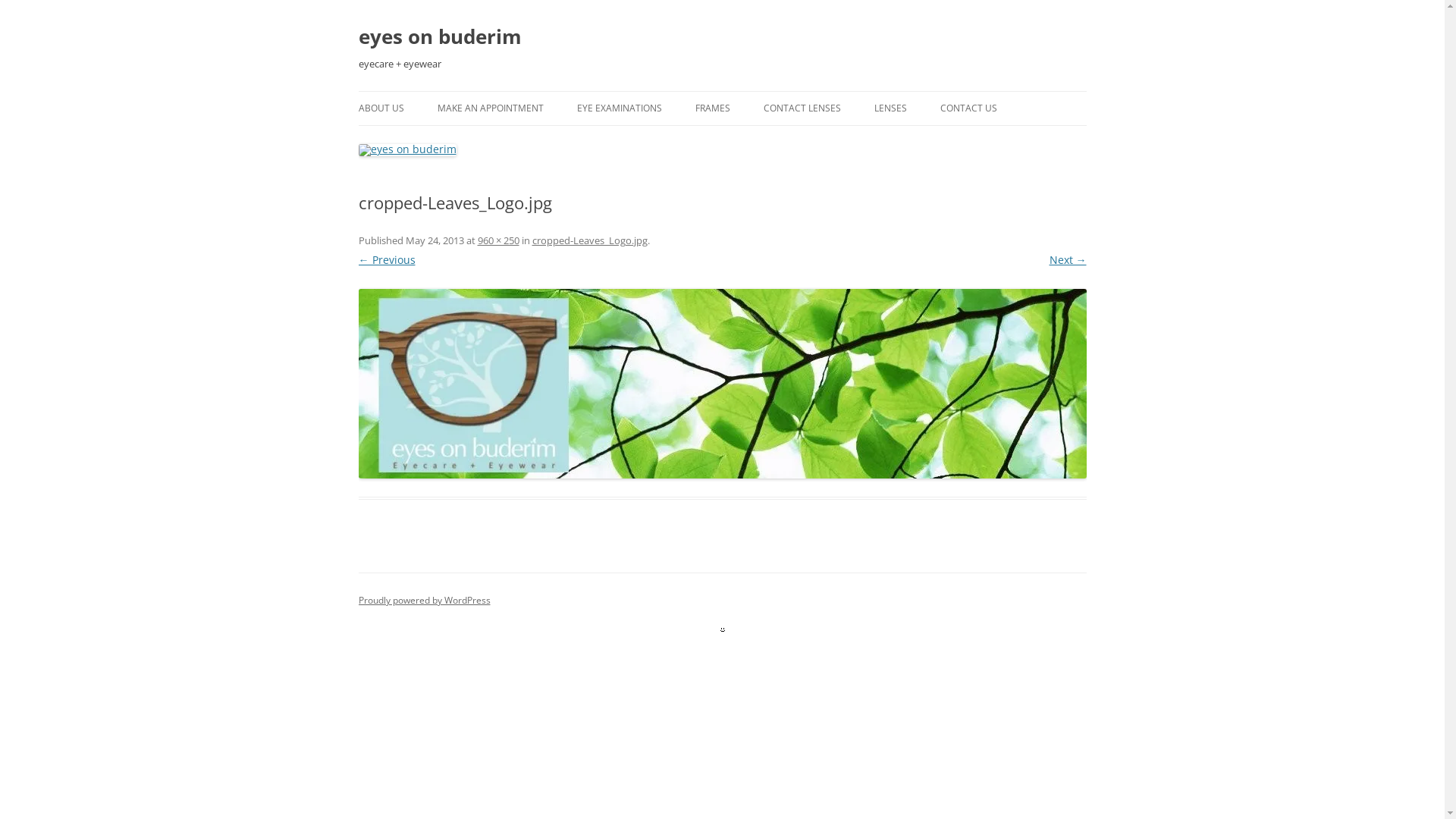 This screenshot has width=1456, height=819. Describe the element at coordinates (381, 107) in the screenshot. I see `'ABOUT US'` at that location.